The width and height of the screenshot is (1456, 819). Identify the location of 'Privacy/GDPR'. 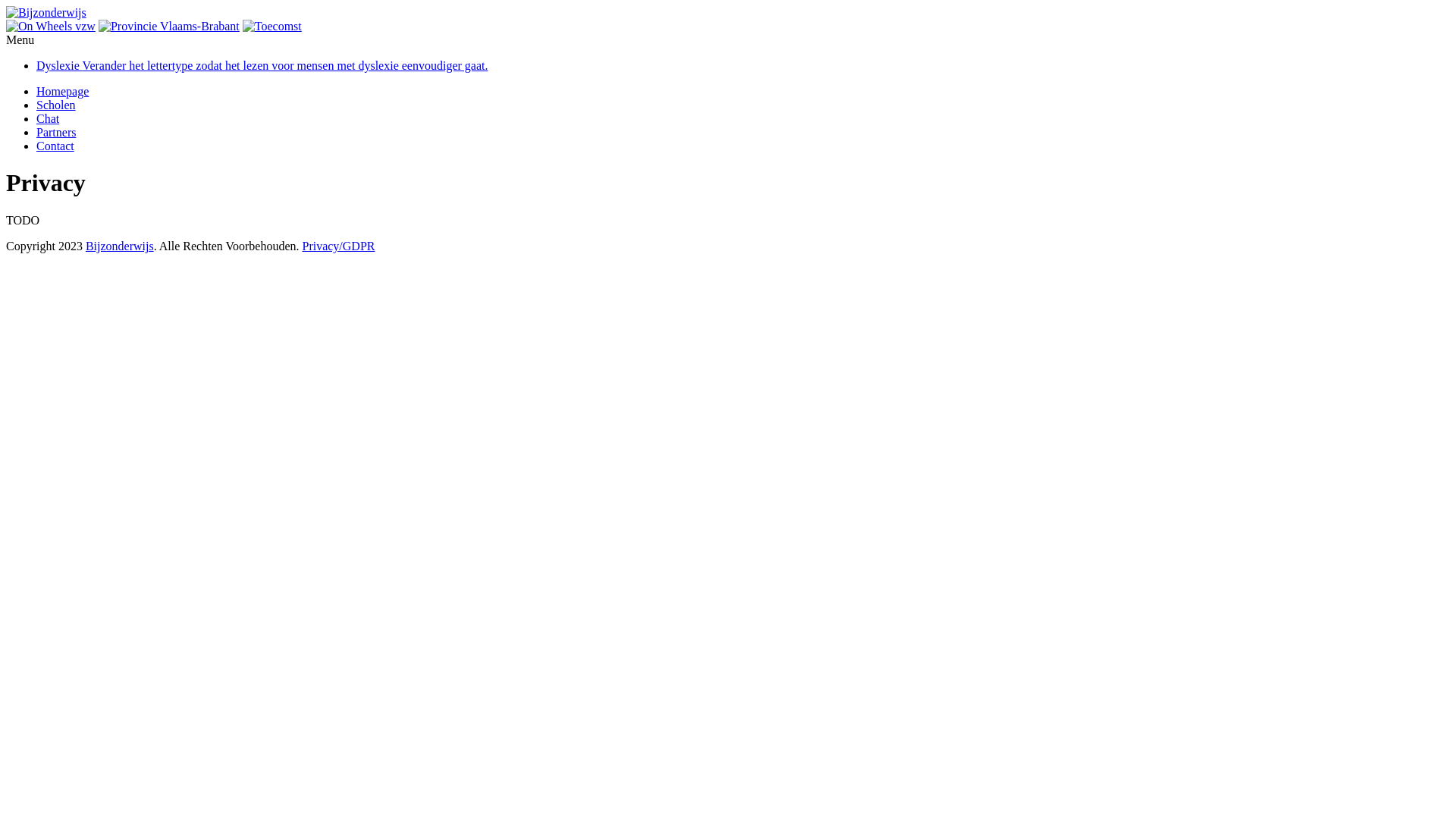
(337, 245).